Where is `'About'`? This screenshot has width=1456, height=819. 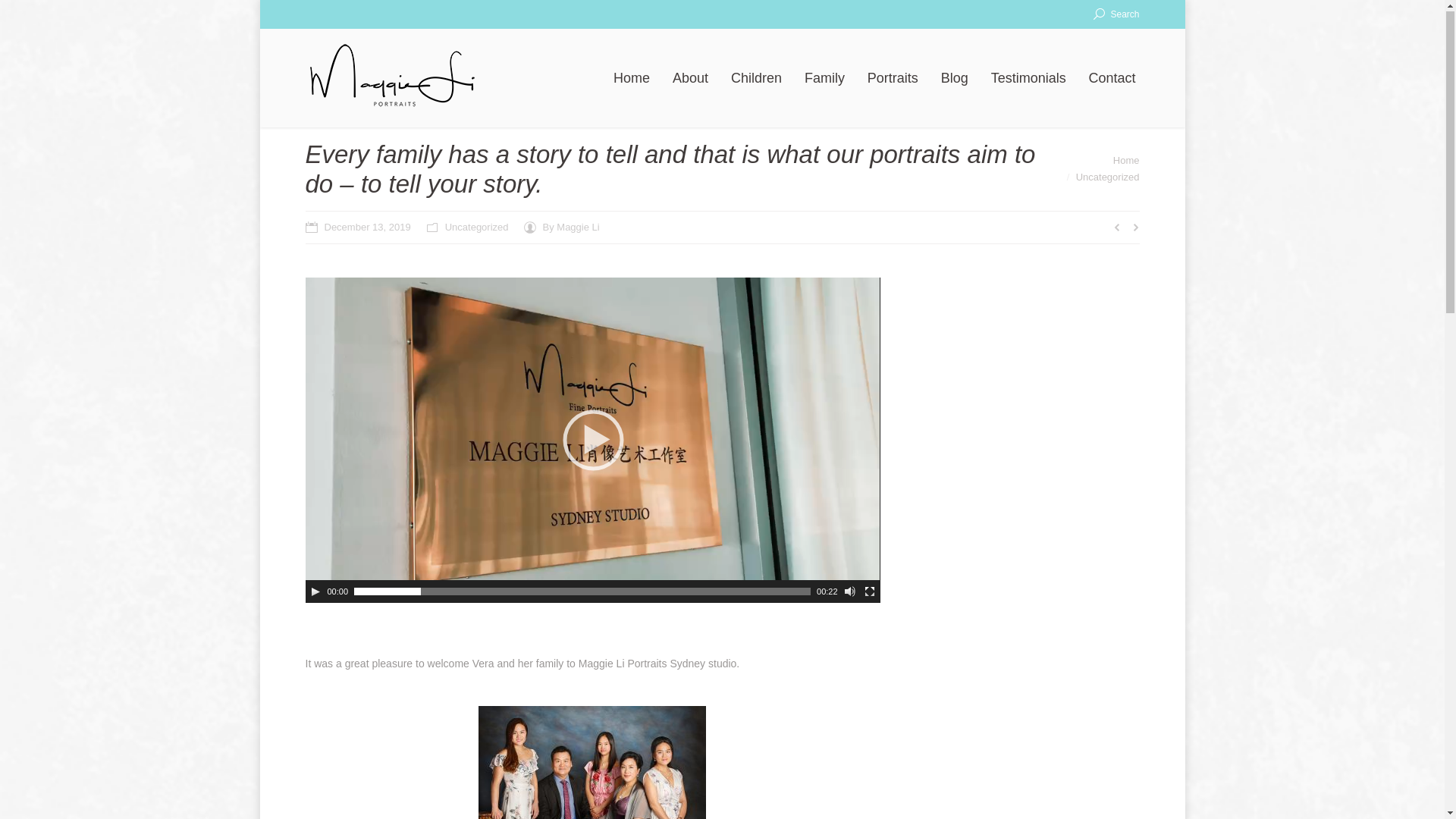 'About' is located at coordinates (689, 79).